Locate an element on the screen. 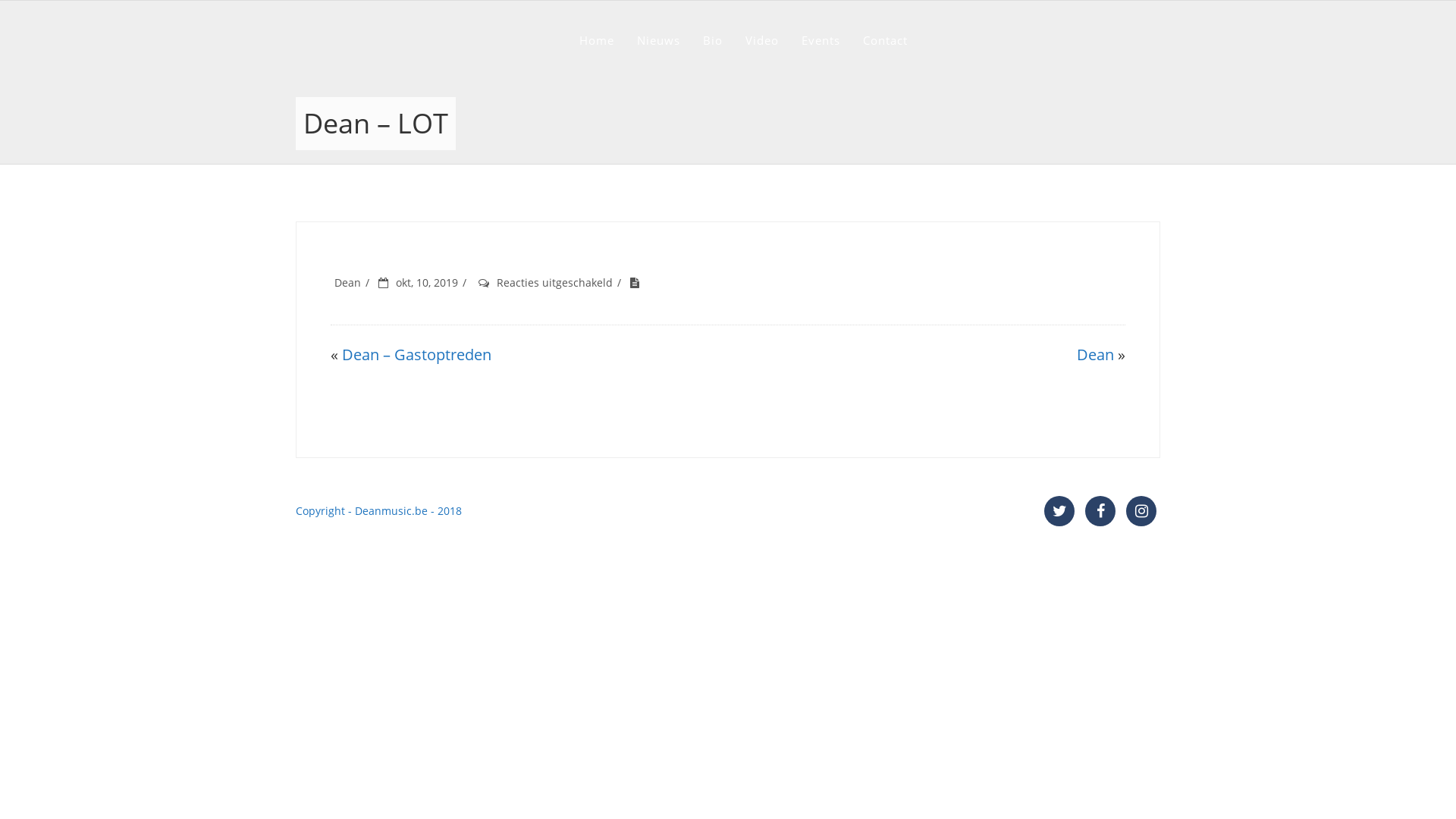 The width and height of the screenshot is (1456, 819). 'Events' is located at coordinates (819, 39).